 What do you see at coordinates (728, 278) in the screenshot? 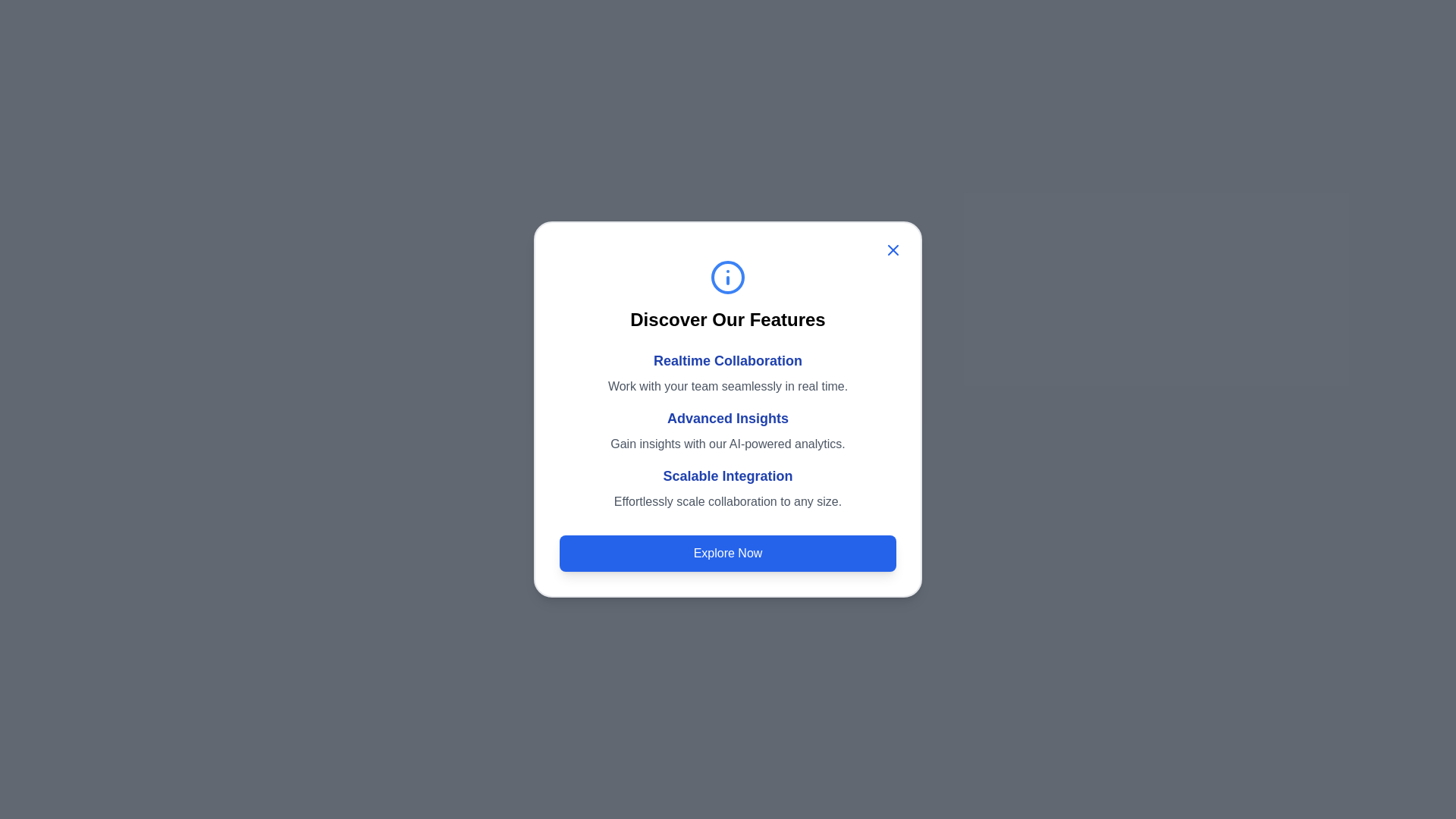
I see `the information icon represented by a circular blue outline located at the top of the 'Discover Our Features' dialog box` at bounding box center [728, 278].